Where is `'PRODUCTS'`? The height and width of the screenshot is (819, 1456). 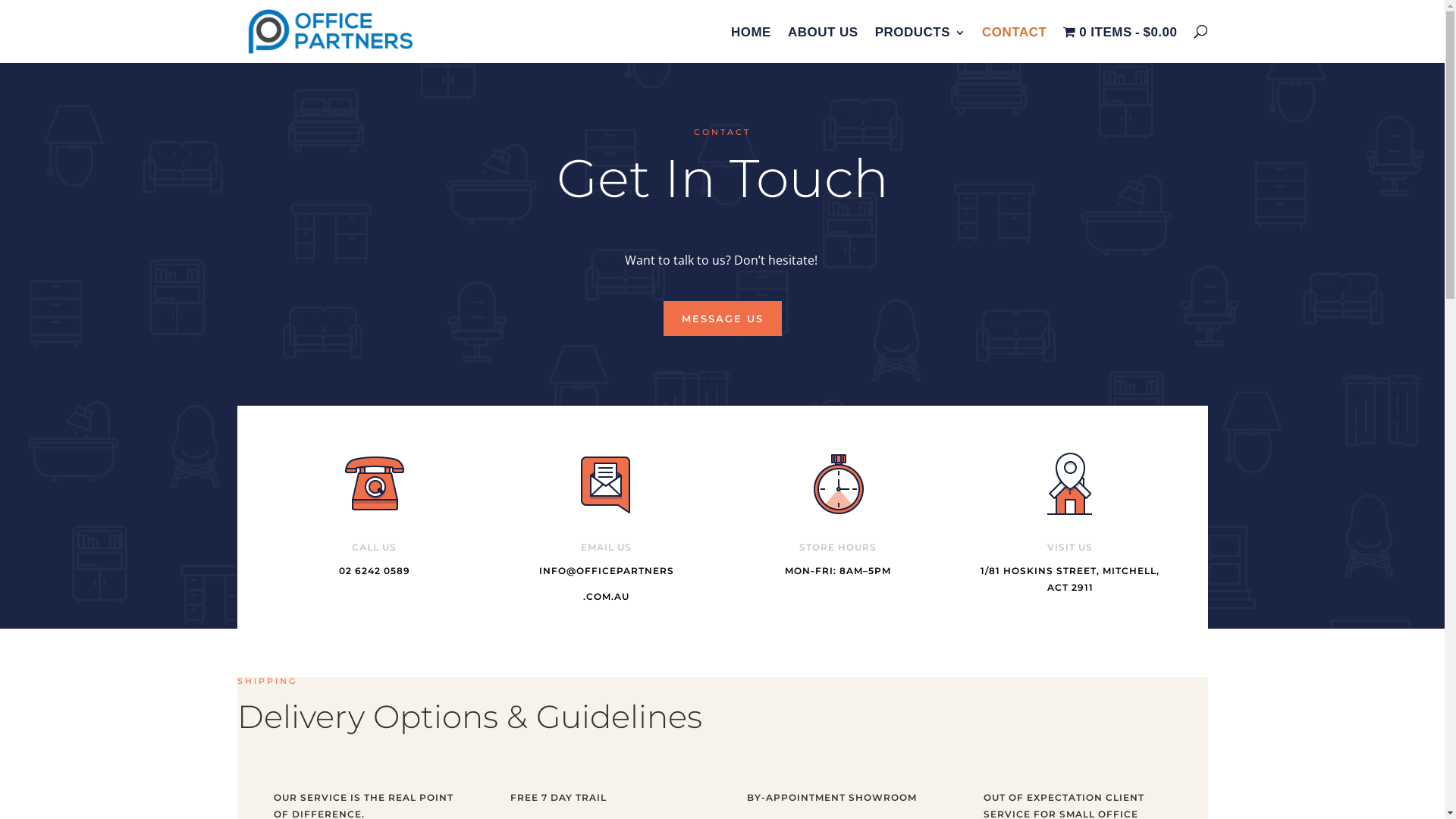 'PRODUCTS' is located at coordinates (874, 44).